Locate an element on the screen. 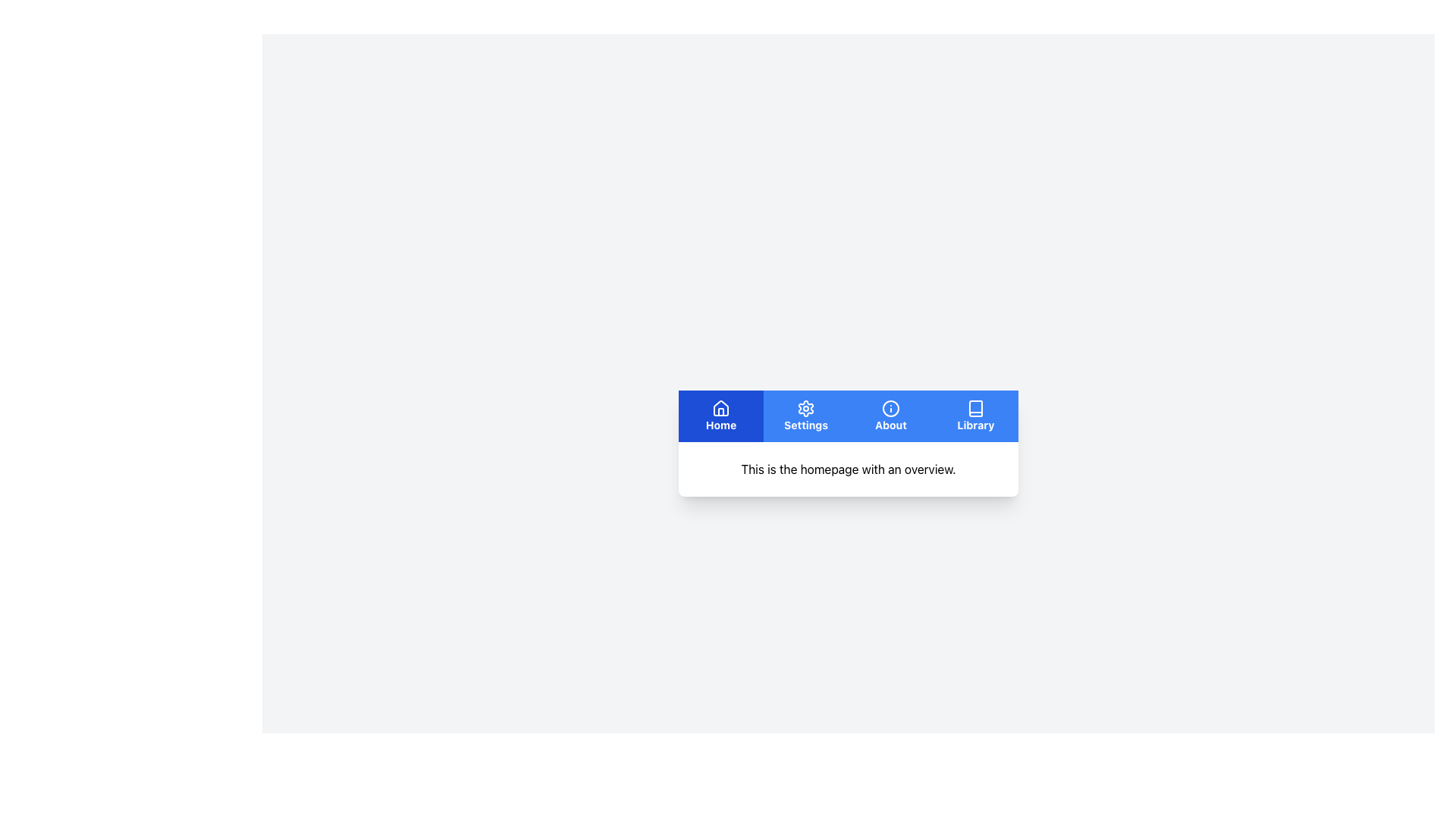 This screenshot has width=1456, height=819. the bottom interior part of the house icon in the 'Home' section of the navigation menu is located at coordinates (720, 412).